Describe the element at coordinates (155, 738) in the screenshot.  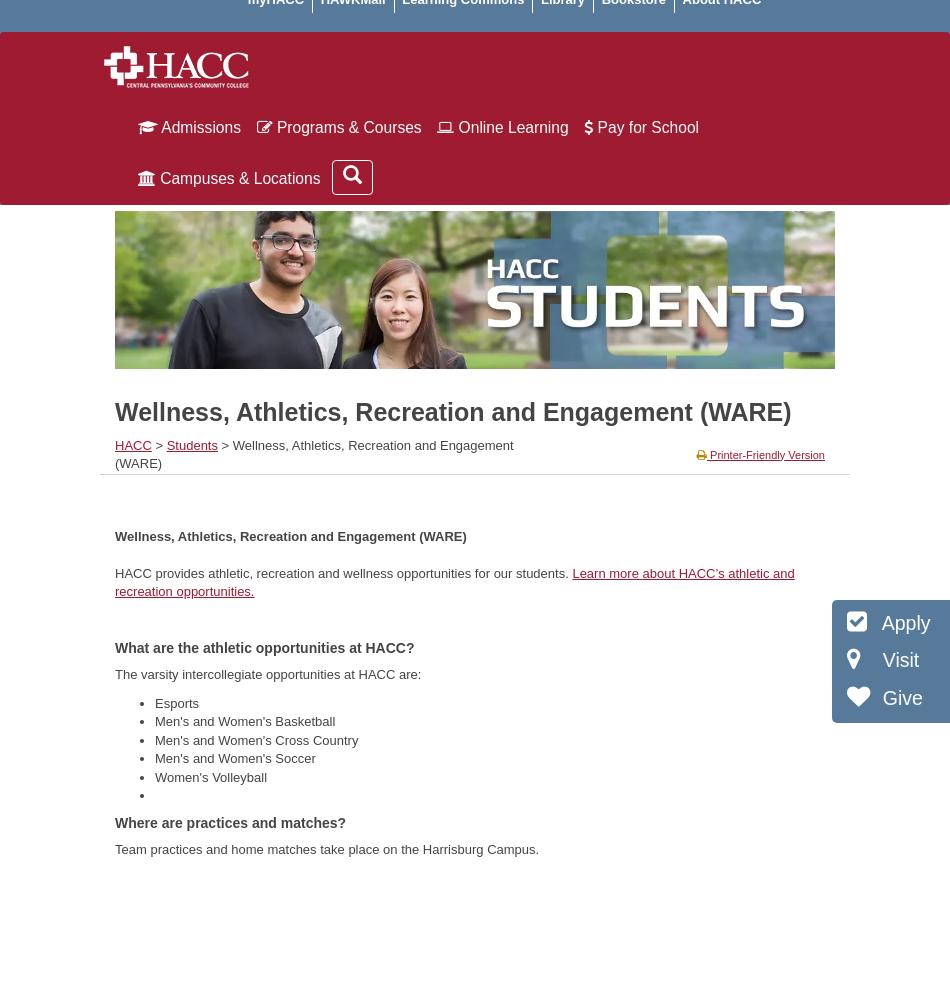
I see `'Men's and Women's Cross Country'` at that location.